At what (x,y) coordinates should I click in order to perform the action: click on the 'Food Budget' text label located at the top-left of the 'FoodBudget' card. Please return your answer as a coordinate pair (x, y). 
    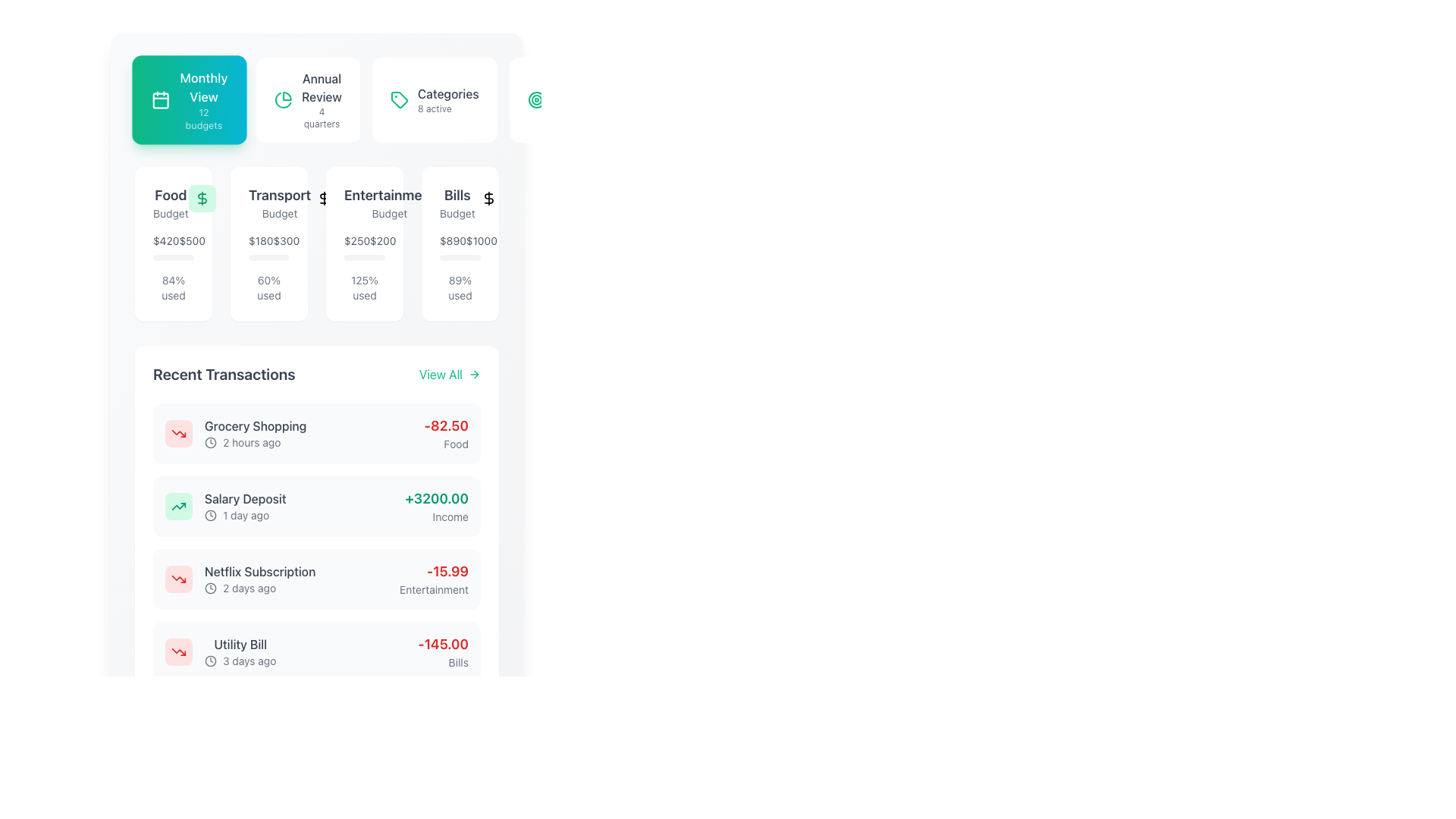
    Looking at the image, I should click on (174, 202).